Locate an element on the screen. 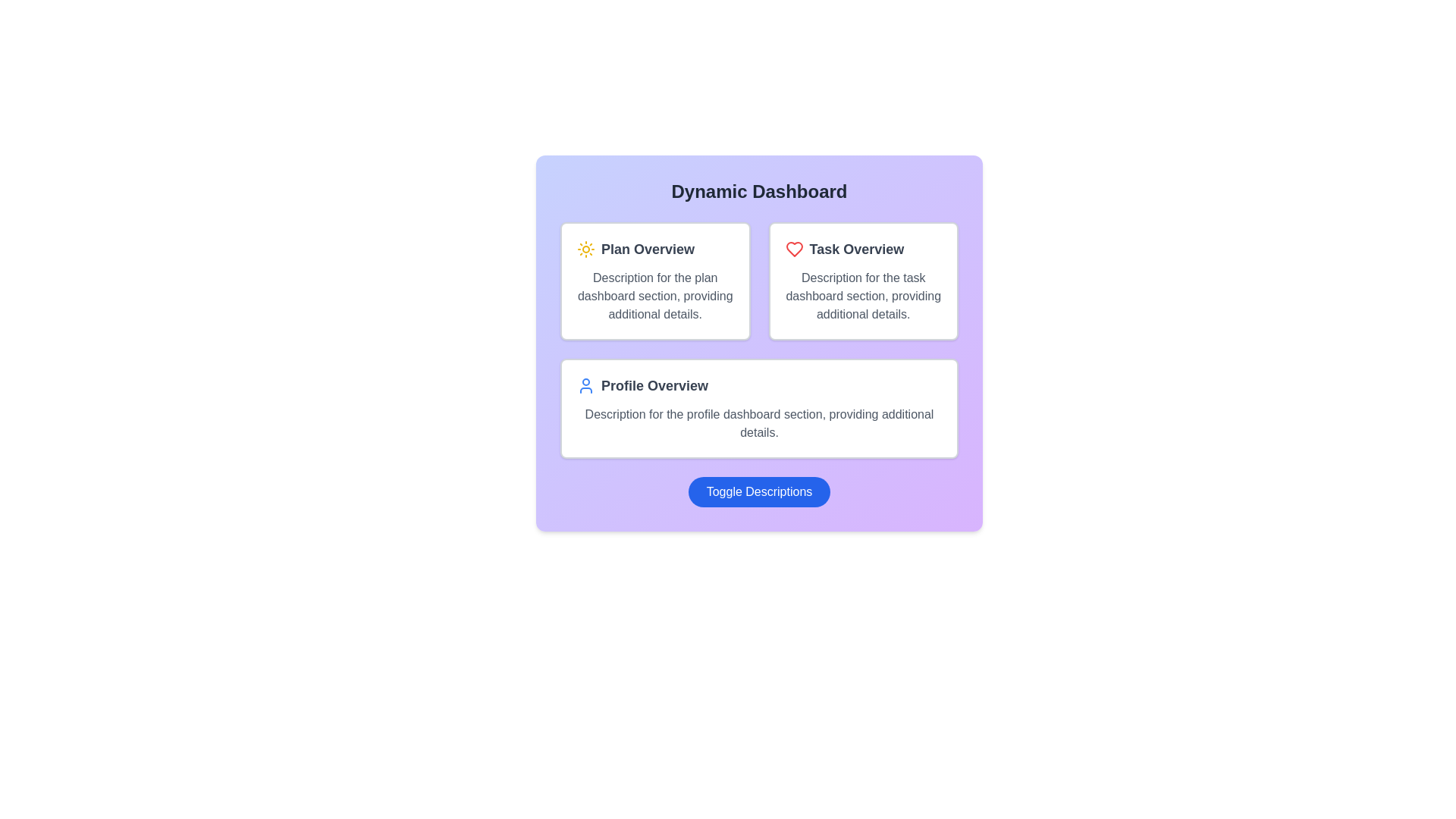 Image resolution: width=1456 pixels, height=819 pixels. the static text element that reads 'Description for the plan dashboard section, providing additional details.' located beneath the 'Plan Overview' title in the Plan Overview card is located at coordinates (655, 296).